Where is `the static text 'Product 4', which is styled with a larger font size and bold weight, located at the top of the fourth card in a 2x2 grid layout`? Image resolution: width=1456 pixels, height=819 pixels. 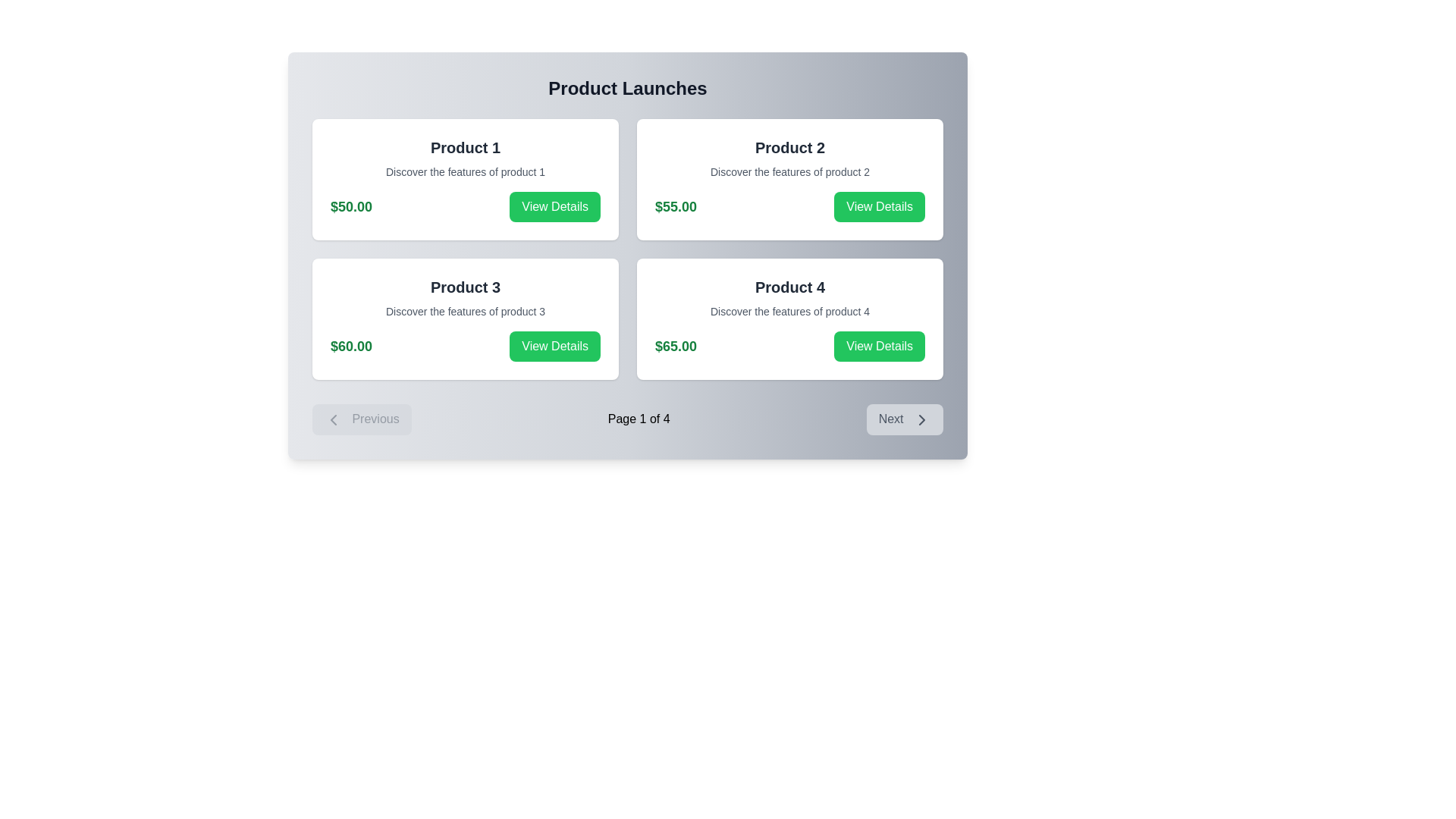
the static text 'Product 4', which is styled with a larger font size and bold weight, located at the top of the fourth card in a 2x2 grid layout is located at coordinates (789, 287).